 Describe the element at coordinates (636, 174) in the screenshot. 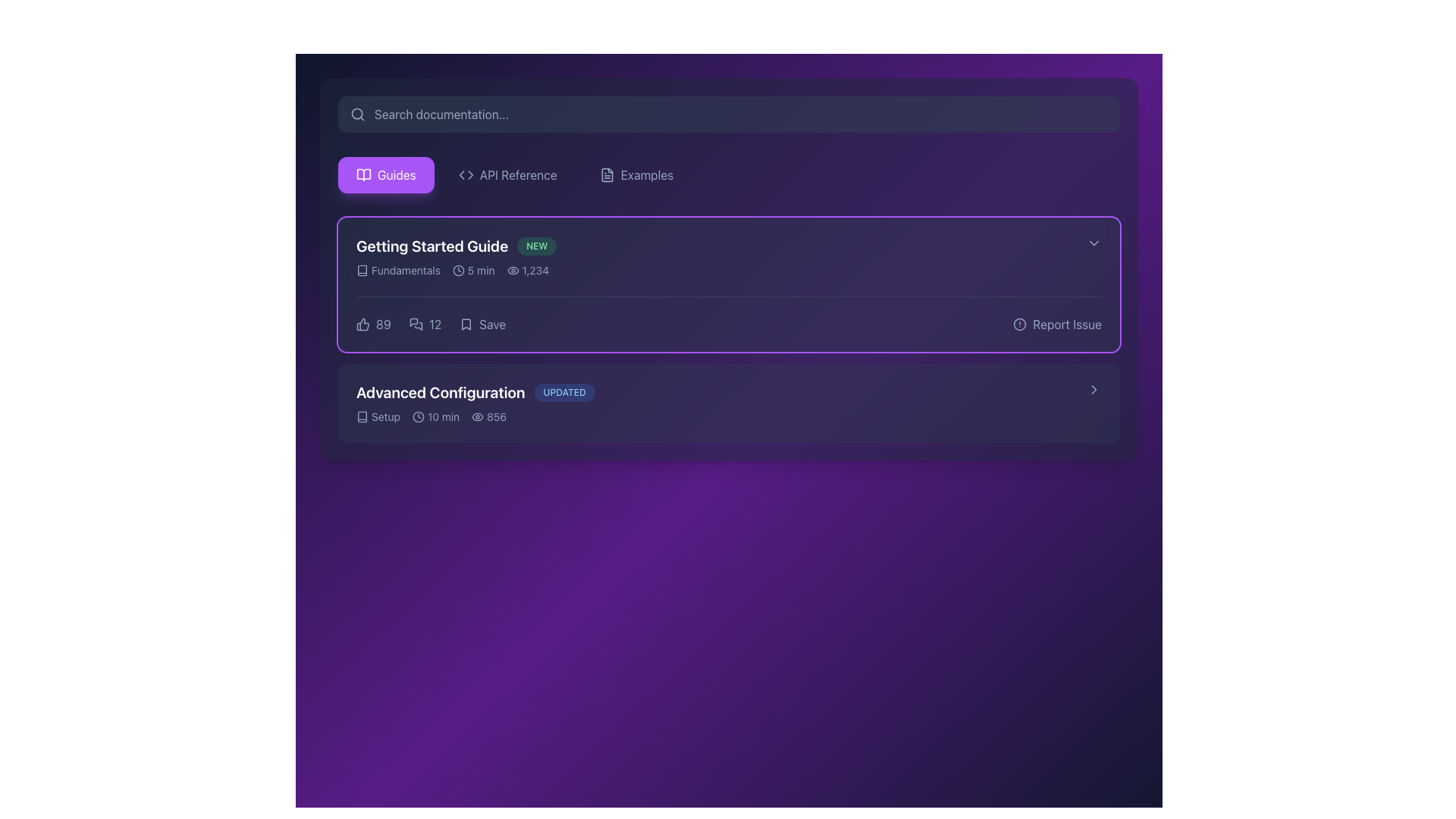

I see `the 'Examples' button, which is a rounded rectangle with a document icon on the left and a light gray label on the right, to change its style` at that location.